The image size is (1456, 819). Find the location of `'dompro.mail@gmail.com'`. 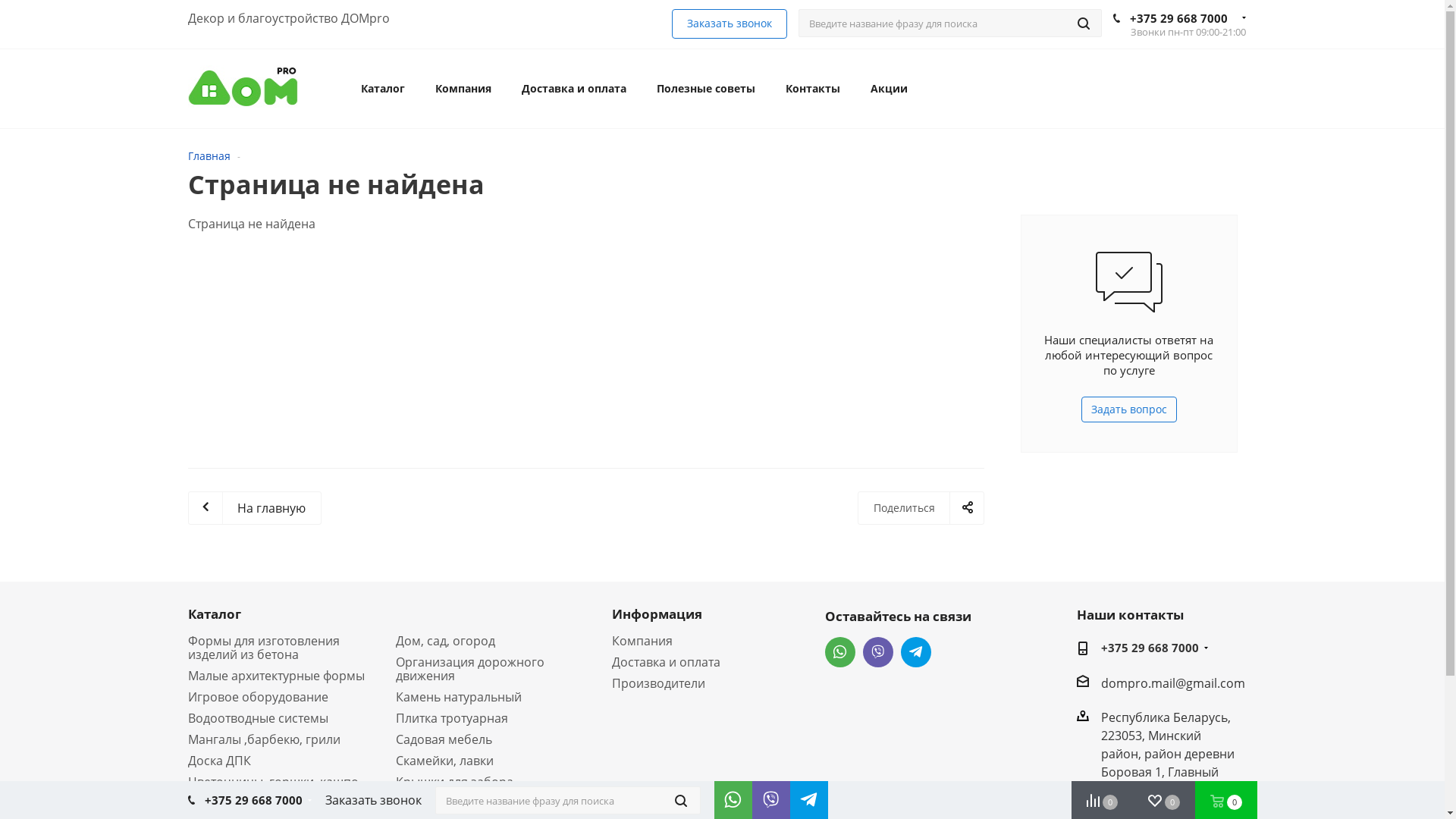

'dompro.mail@gmail.com' is located at coordinates (1172, 681).